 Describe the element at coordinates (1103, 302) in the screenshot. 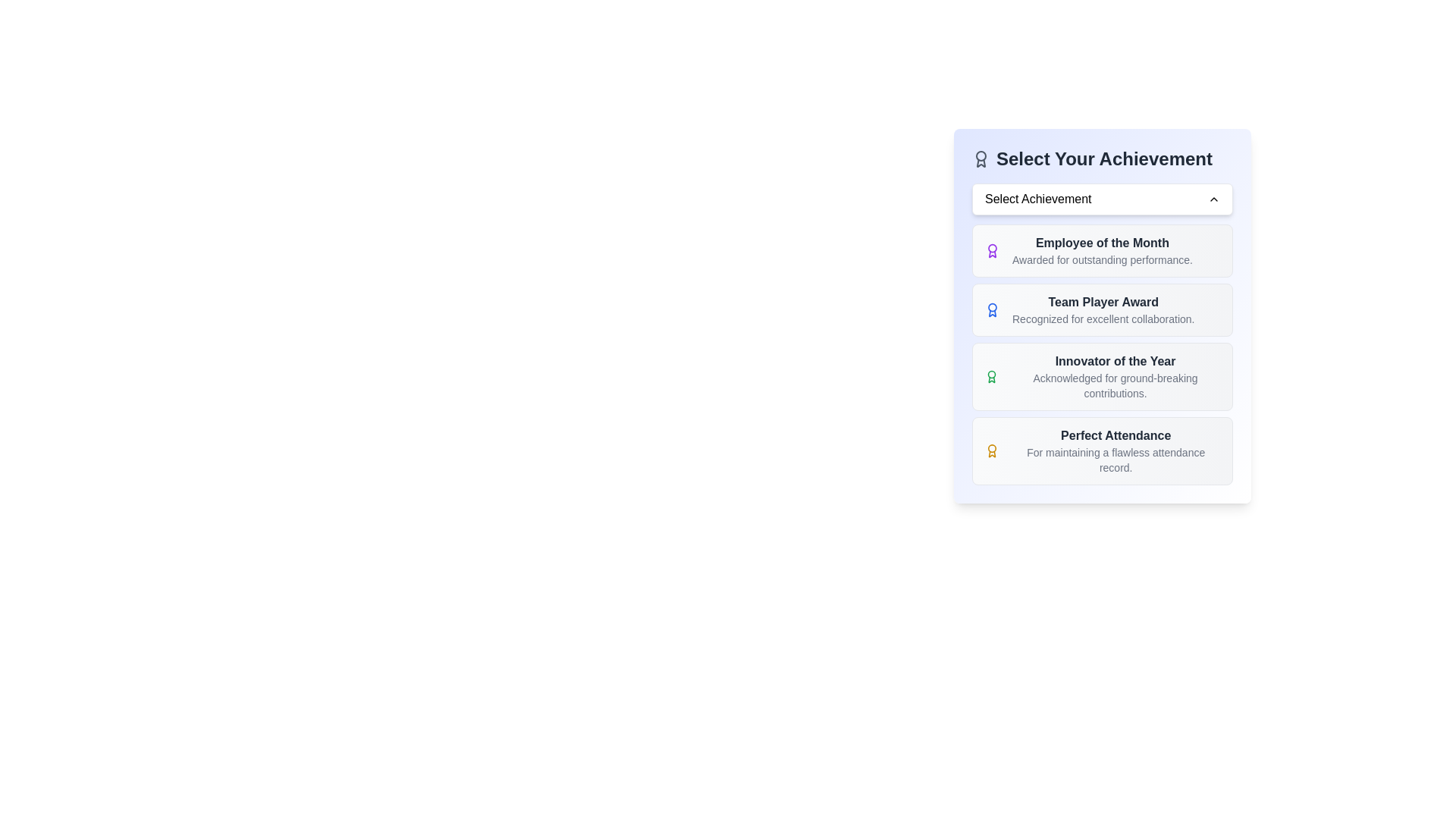

I see `text of the 'Team Player Award' label, which is styled with a bold font and dark gray color, located as the second item in a vertical list of awards` at that location.